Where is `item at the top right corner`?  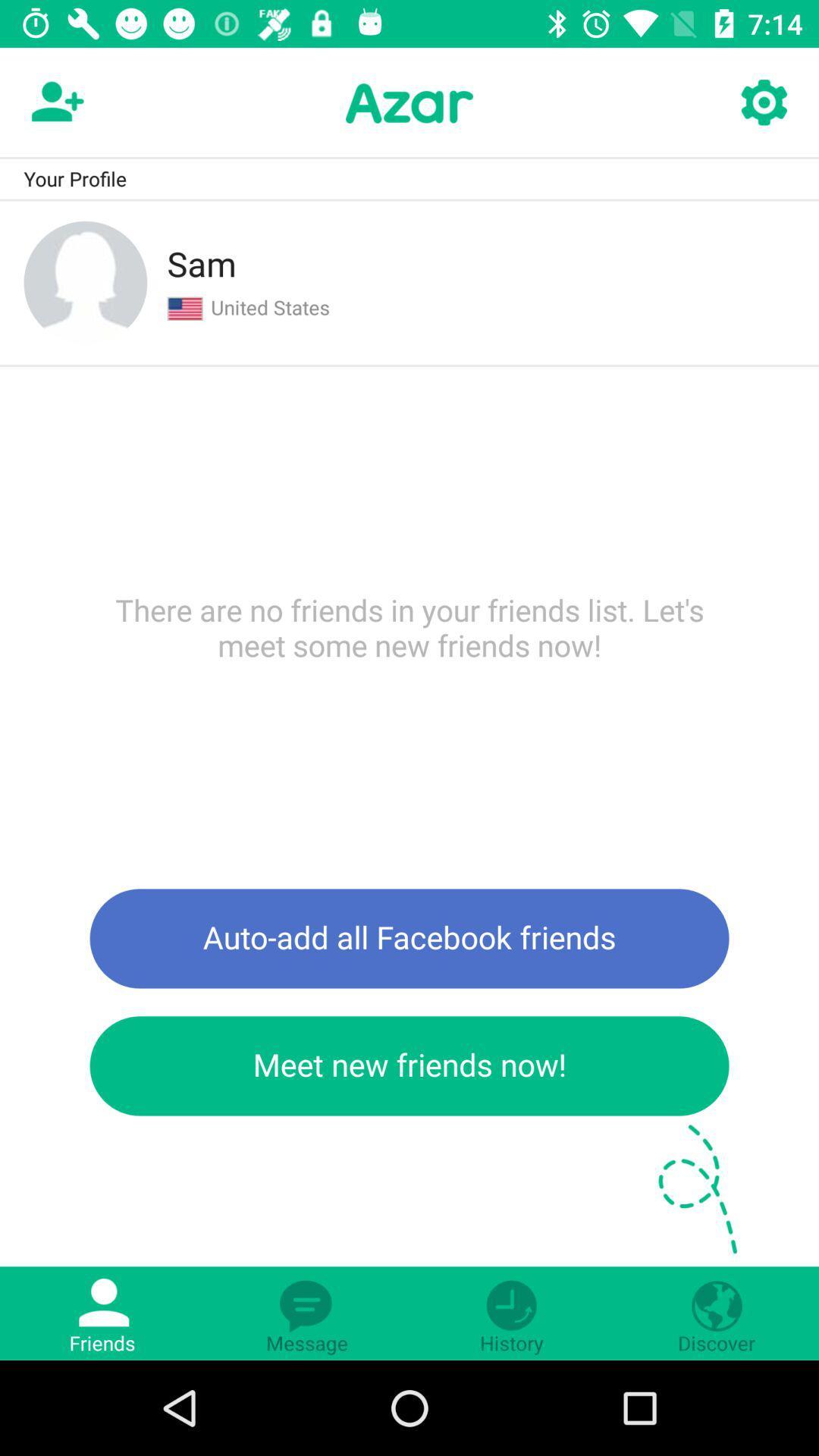 item at the top right corner is located at coordinates (763, 102).